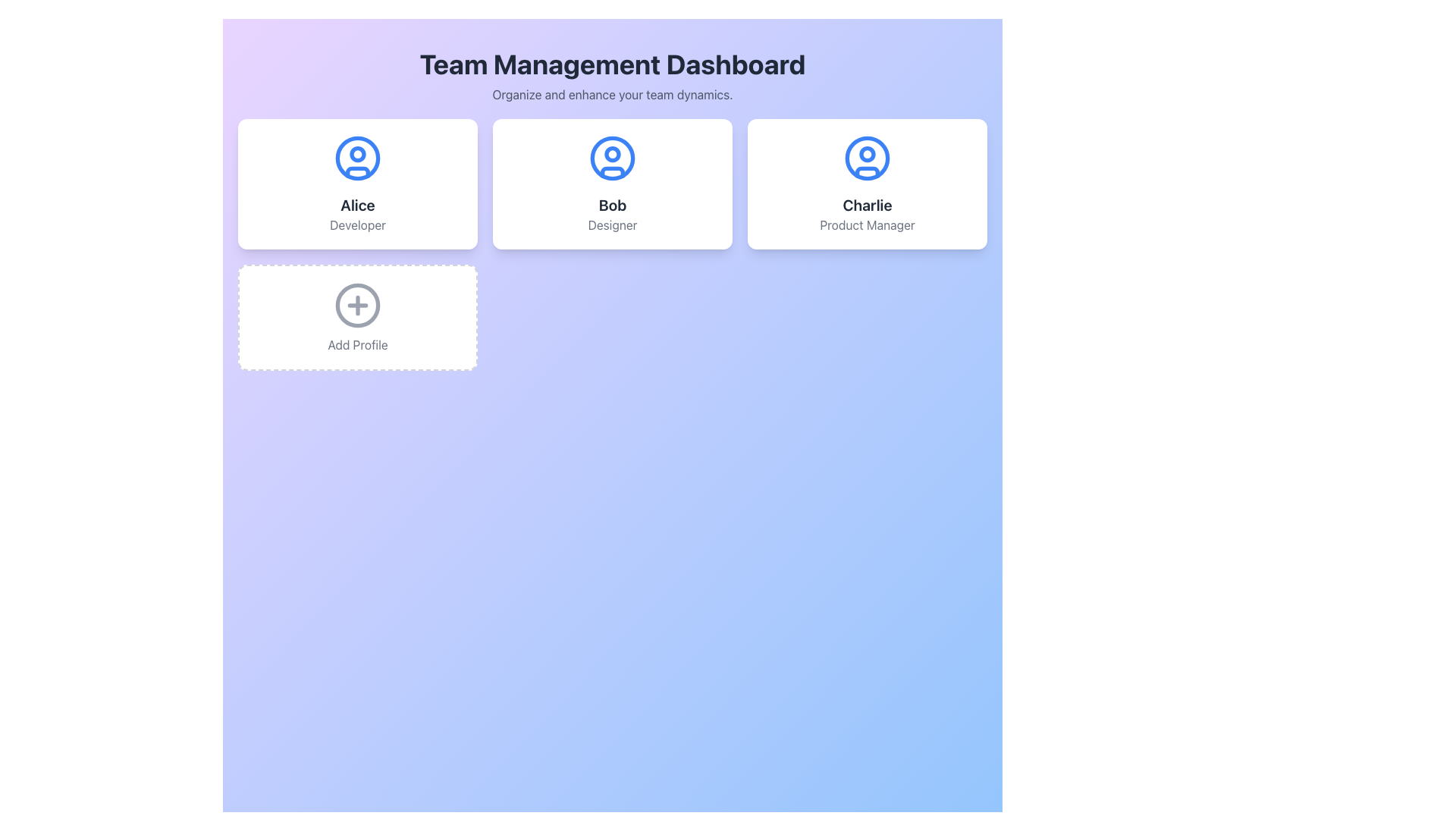 The width and height of the screenshot is (1456, 819). I want to click on the profile card featuring a blue user icon, the name 'Alice' in bold, and the title 'Developer', so click(356, 184).